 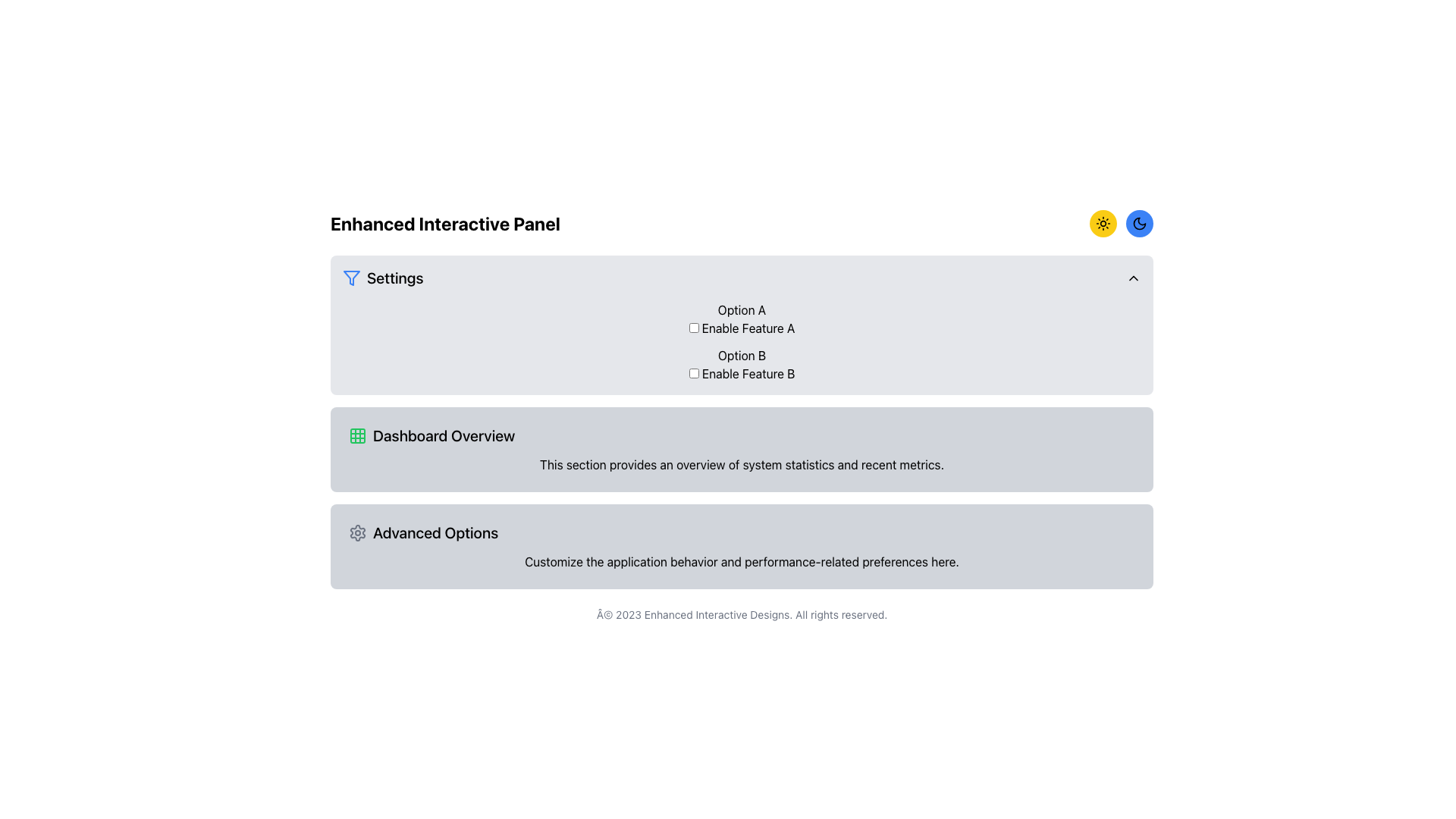 I want to click on the blue-colored filter icon, which is an inverted triangle with a small rectangle at its tip, located to the left of the 'Settings' text in the Settings section header, so click(x=351, y=278).